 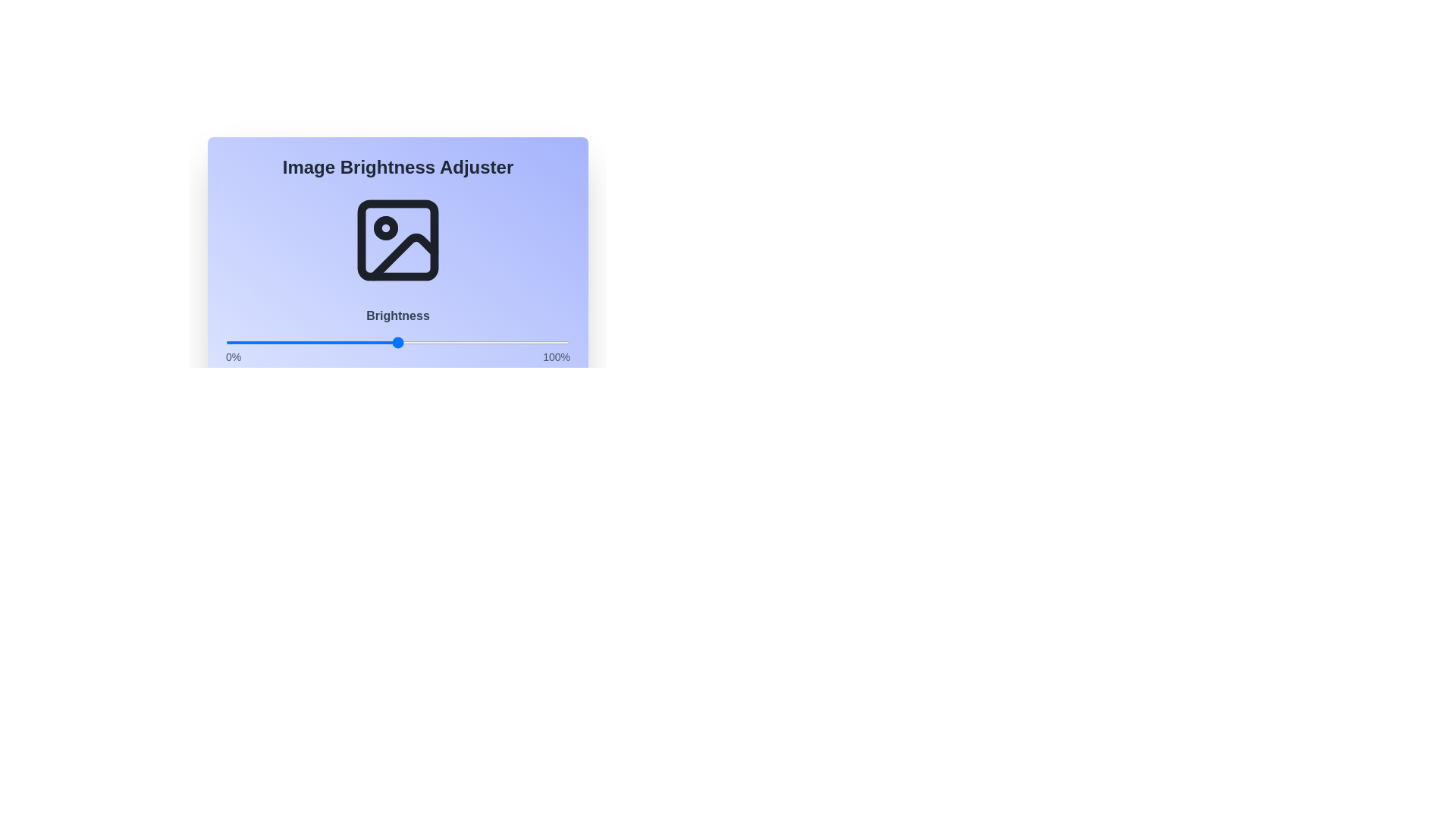 What do you see at coordinates (301, 342) in the screenshot?
I see `the brightness slider to 22%` at bounding box center [301, 342].